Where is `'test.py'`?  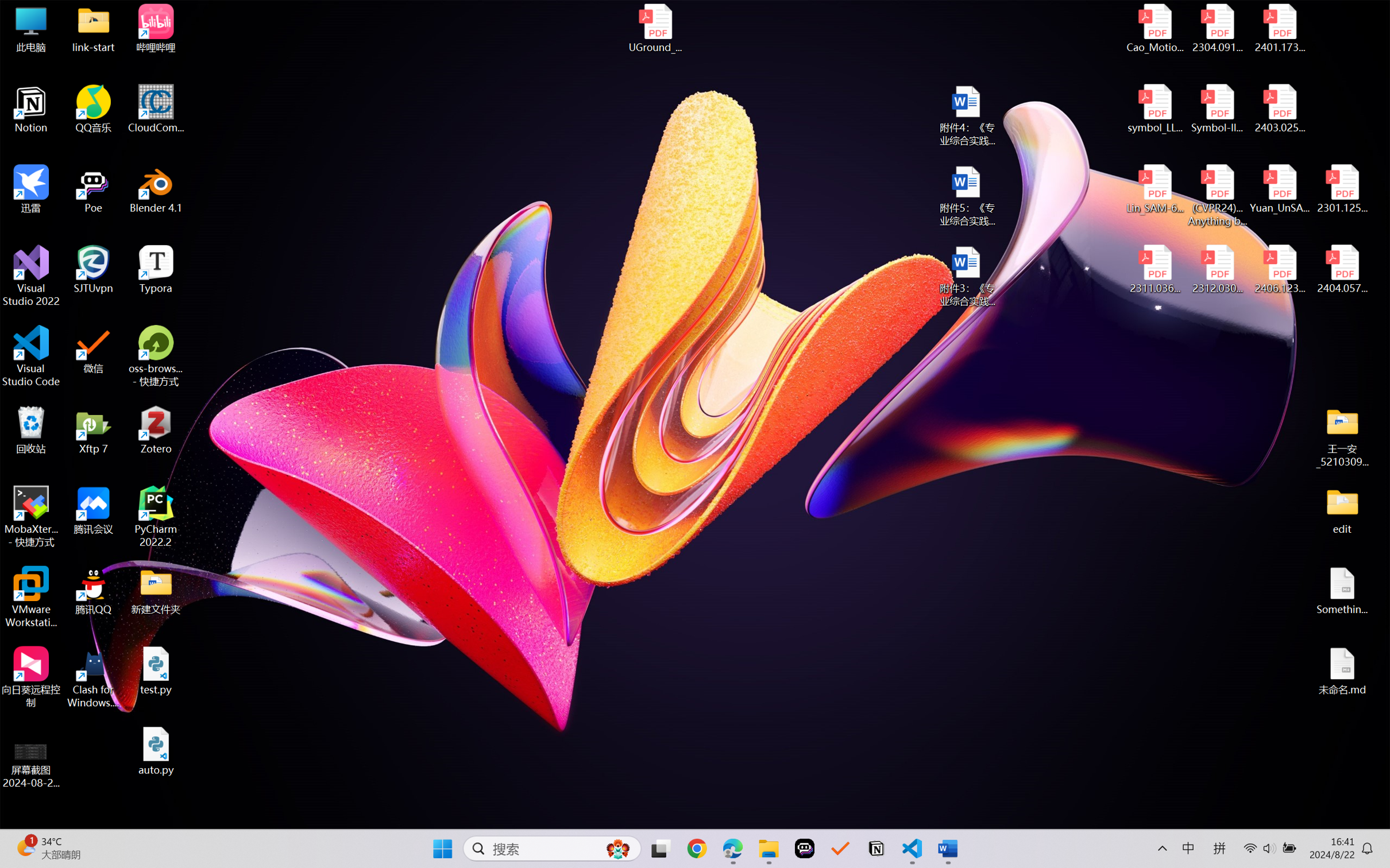 'test.py' is located at coordinates (156, 670).